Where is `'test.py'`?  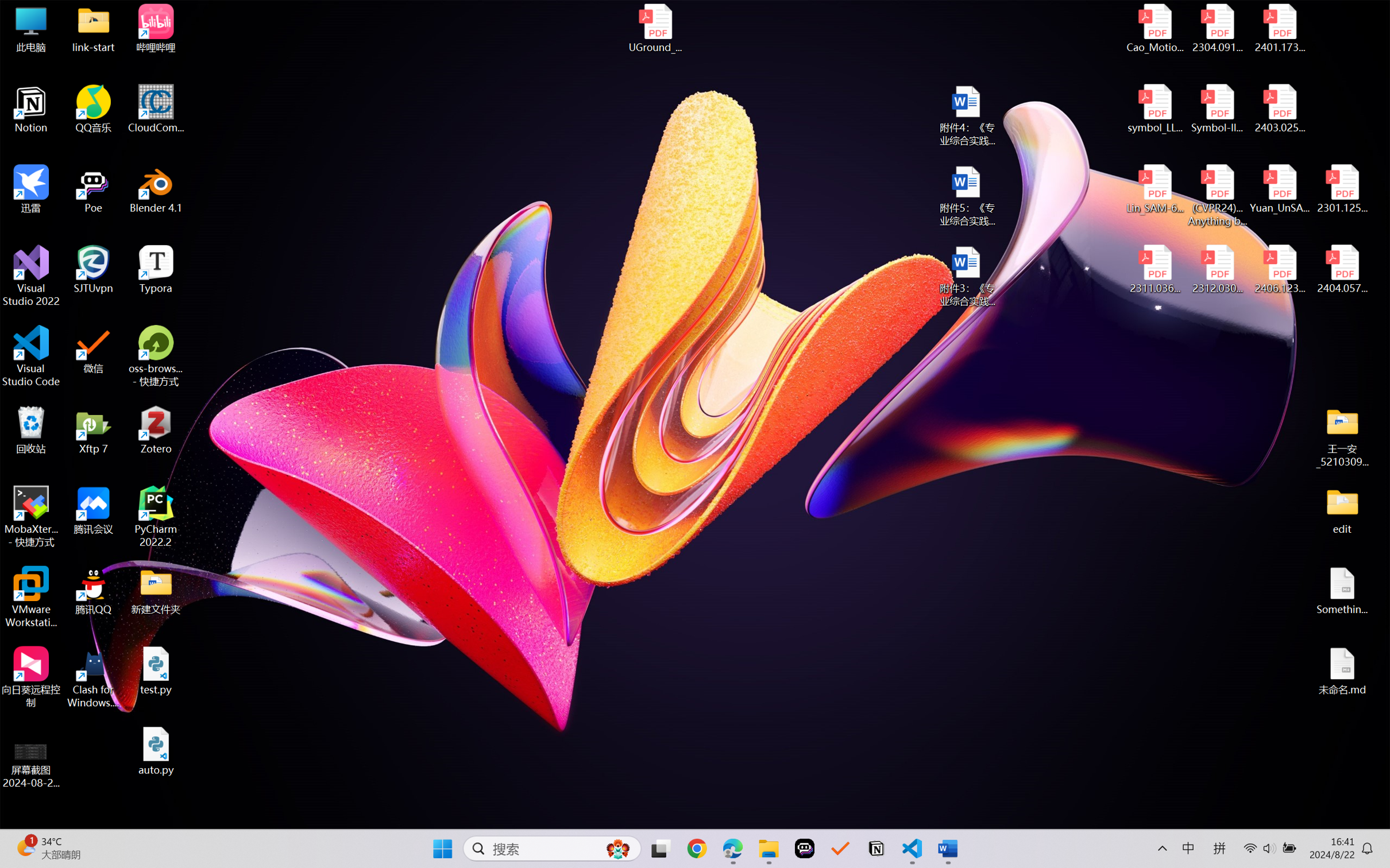 'test.py' is located at coordinates (156, 670).